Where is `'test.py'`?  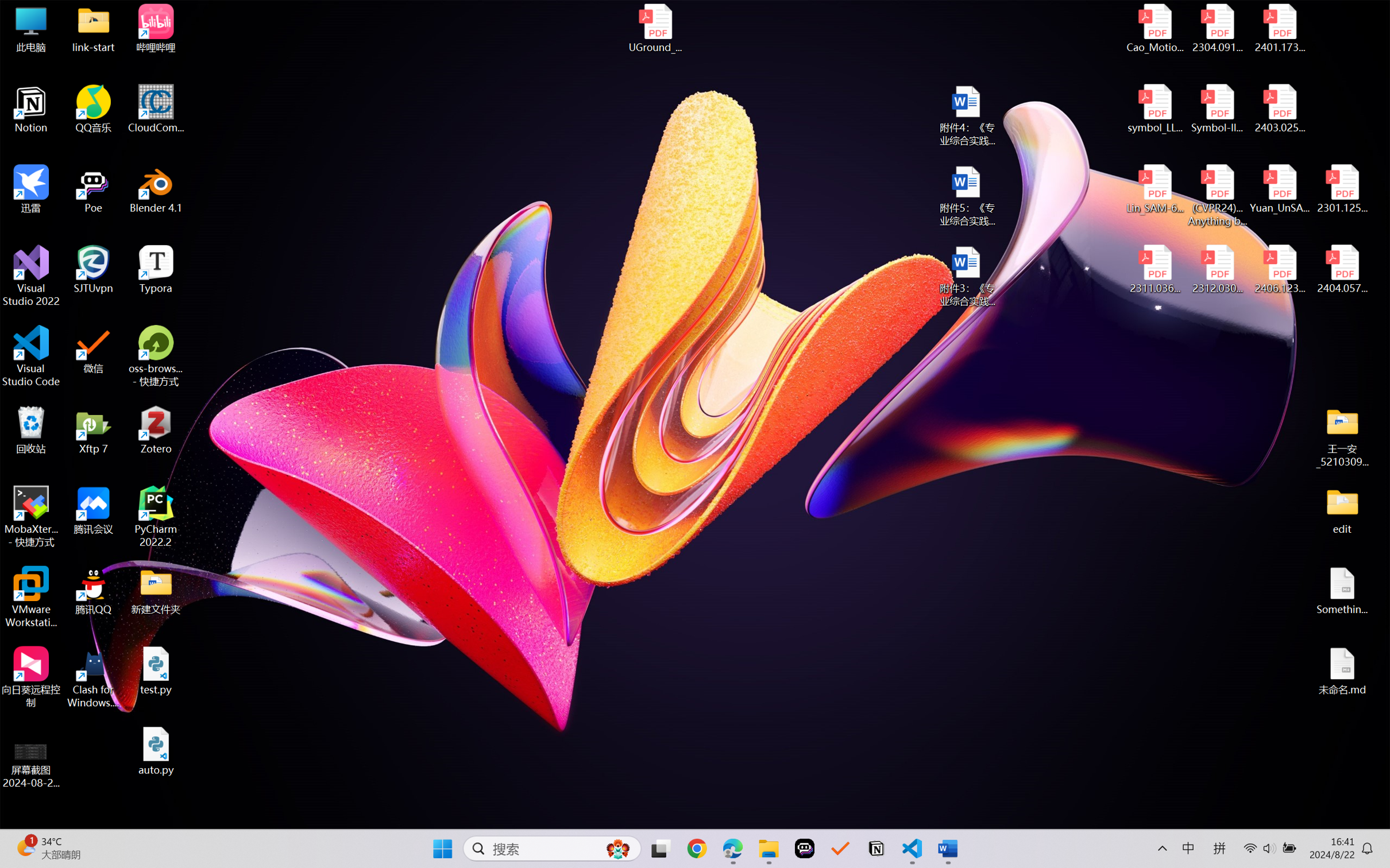 'test.py' is located at coordinates (156, 670).